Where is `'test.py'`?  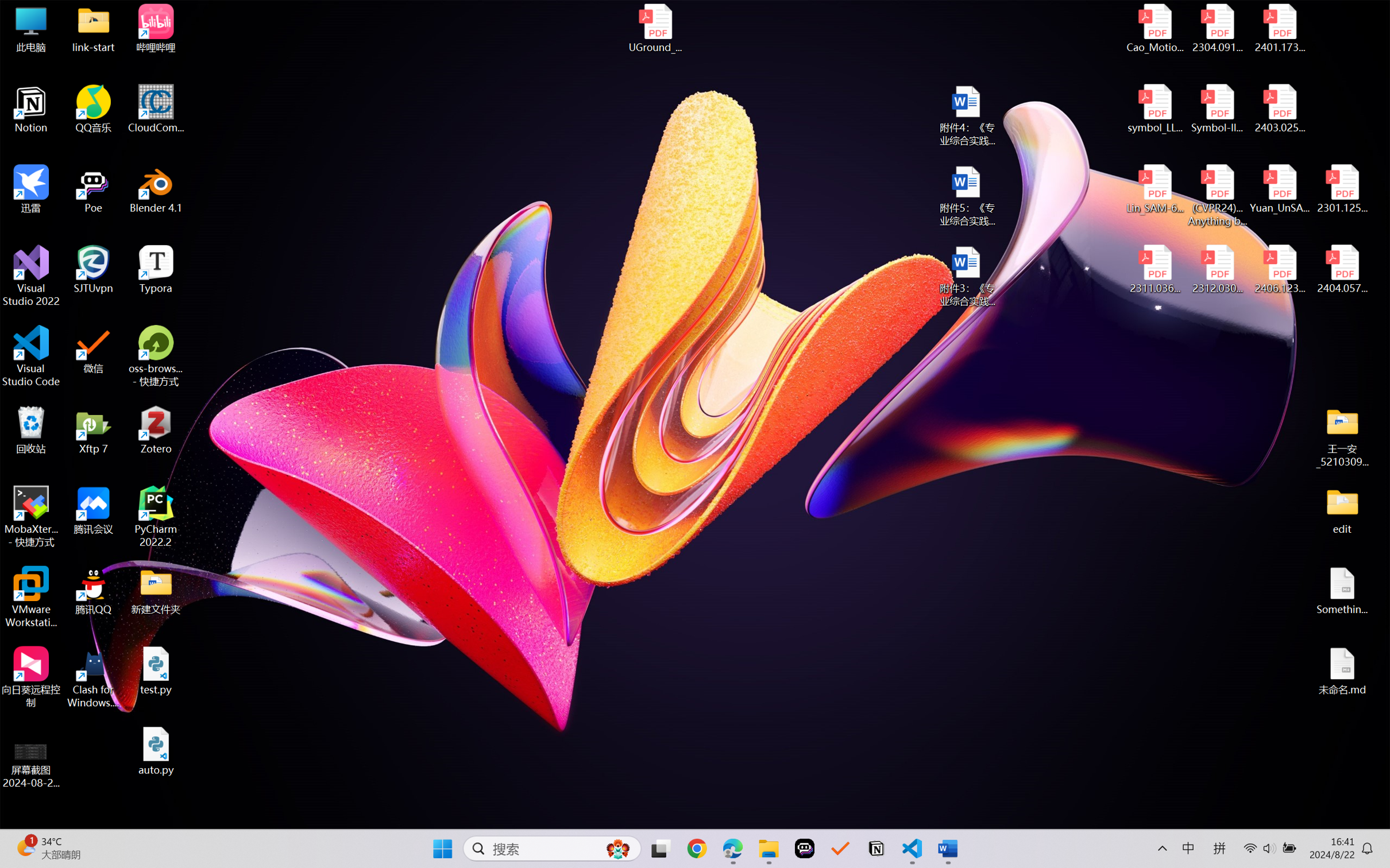 'test.py' is located at coordinates (156, 670).